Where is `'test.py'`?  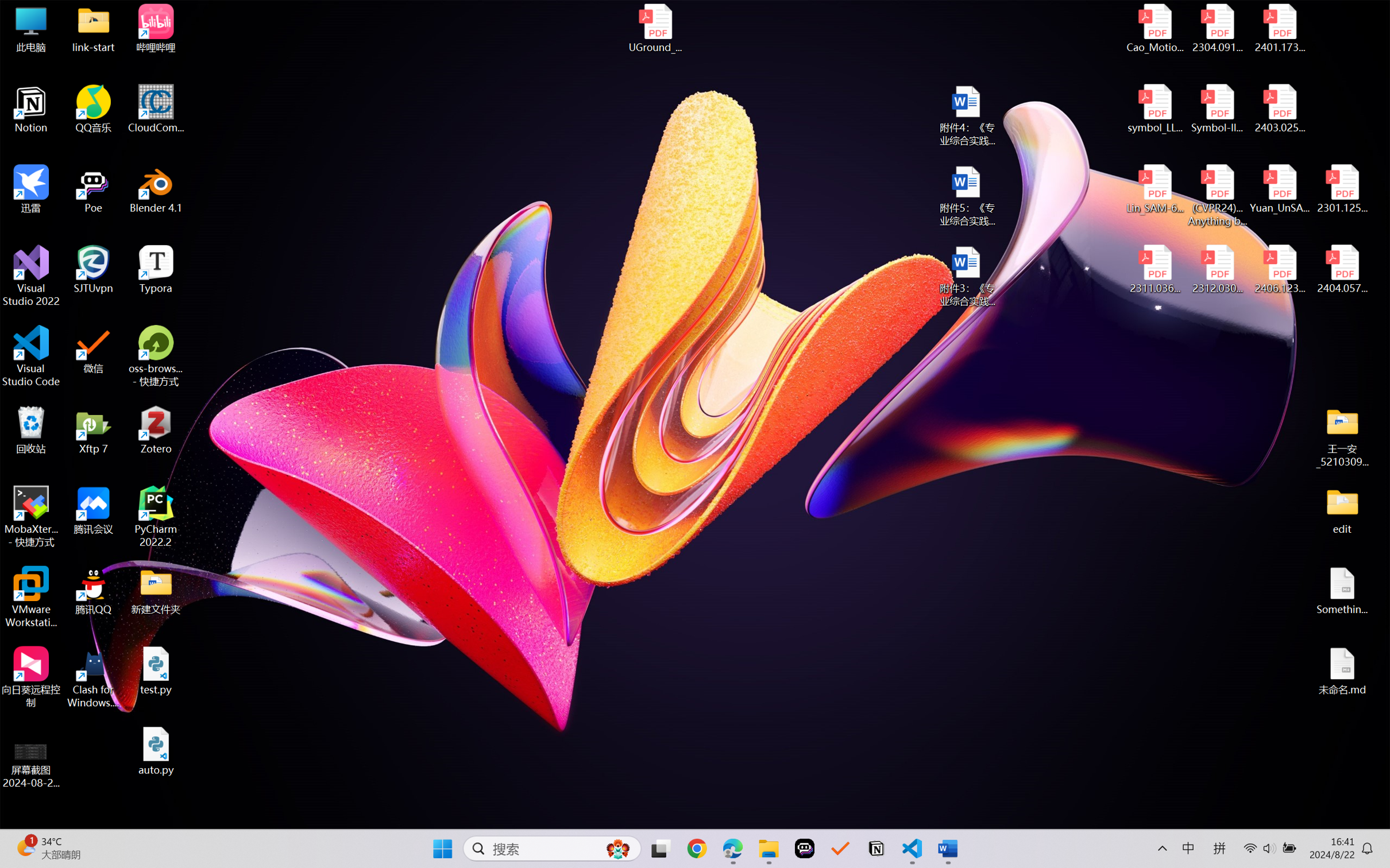 'test.py' is located at coordinates (156, 670).